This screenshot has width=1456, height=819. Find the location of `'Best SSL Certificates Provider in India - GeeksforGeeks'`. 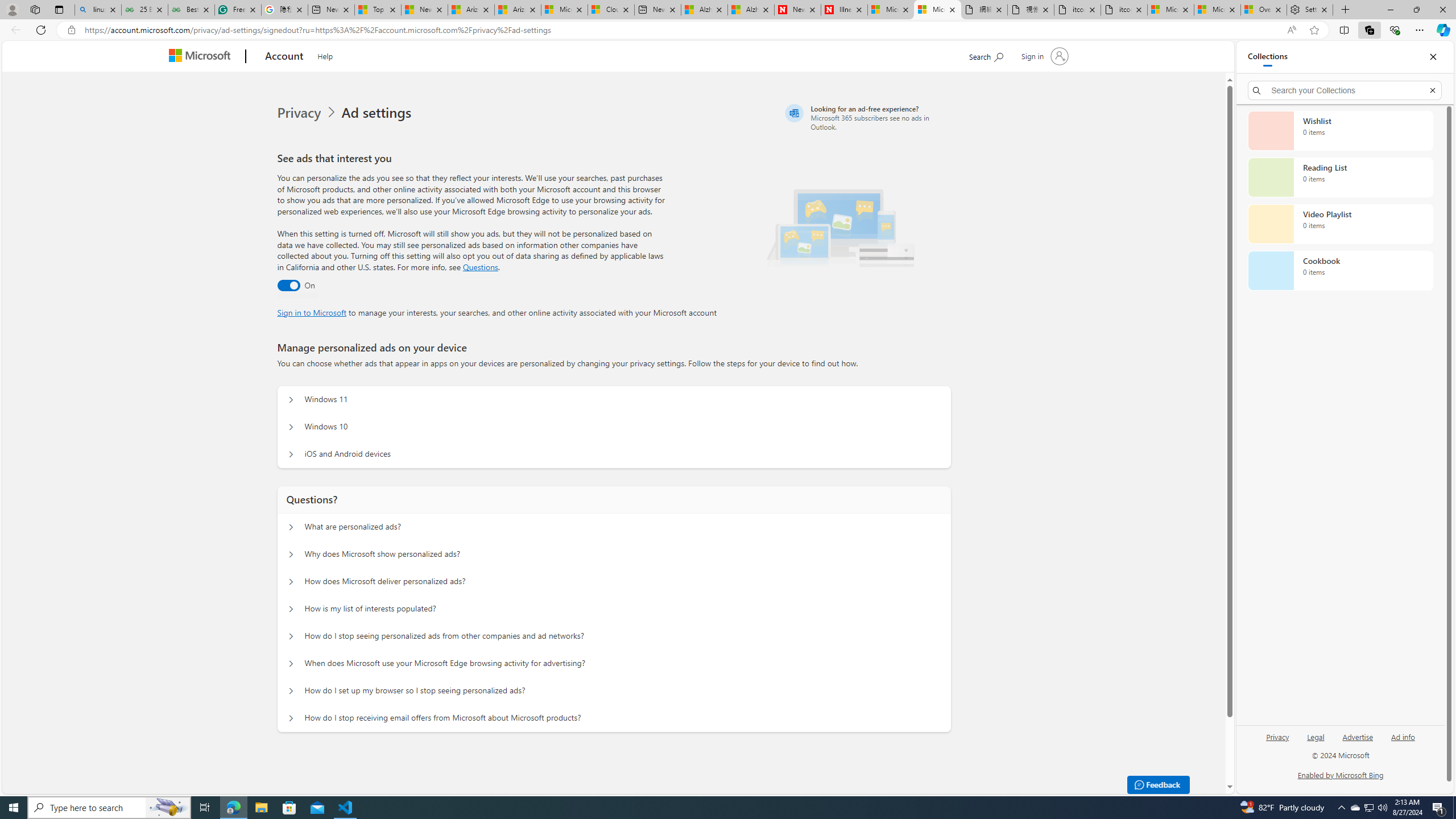

'Best SSL Certificates Provider in India - GeeksforGeeks' is located at coordinates (191, 9).